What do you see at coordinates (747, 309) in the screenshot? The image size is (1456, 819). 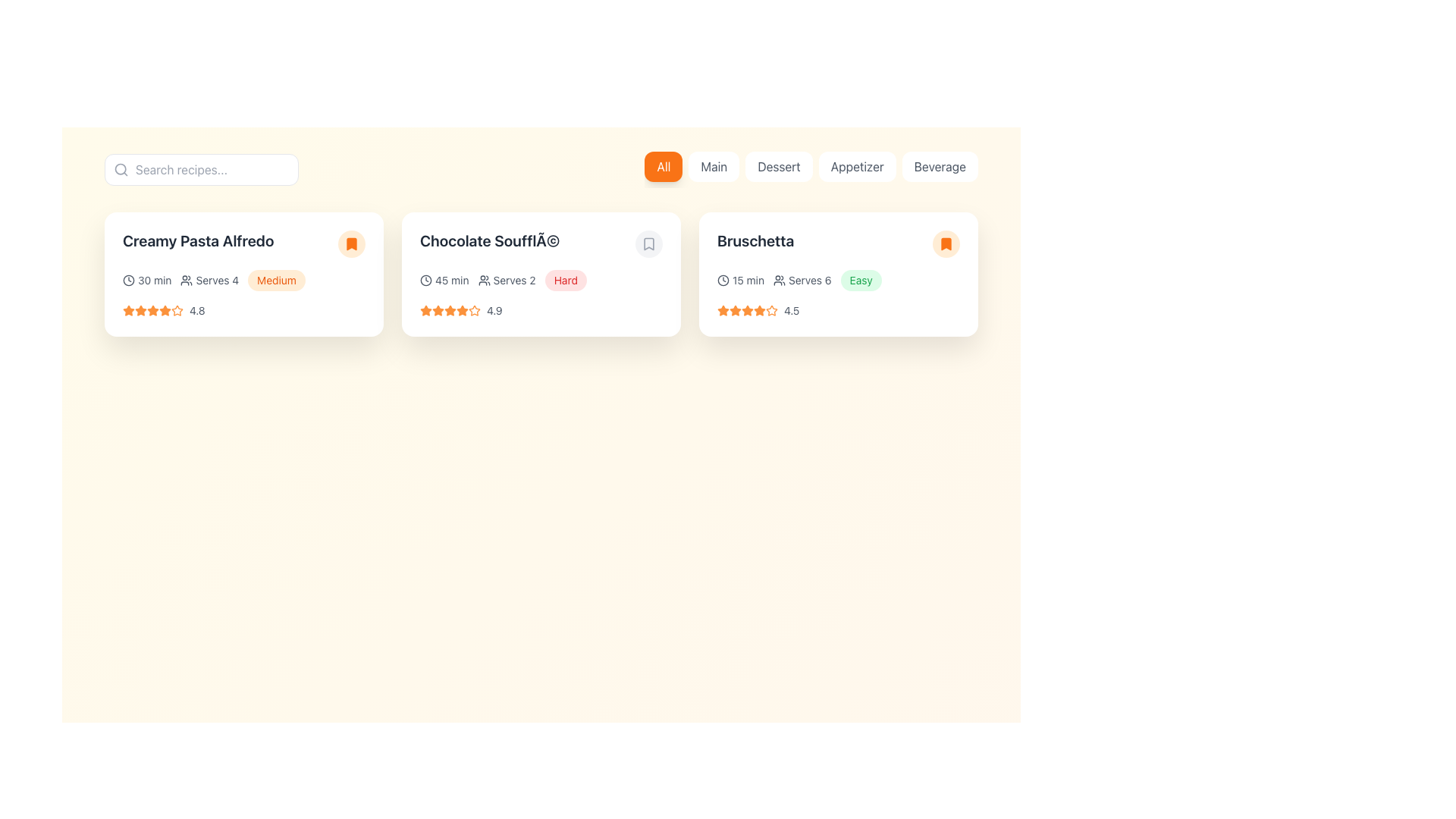 I see `the fifth star rating icon for the 'Bruschetta' card located in the rightmost column of the interface` at bounding box center [747, 309].